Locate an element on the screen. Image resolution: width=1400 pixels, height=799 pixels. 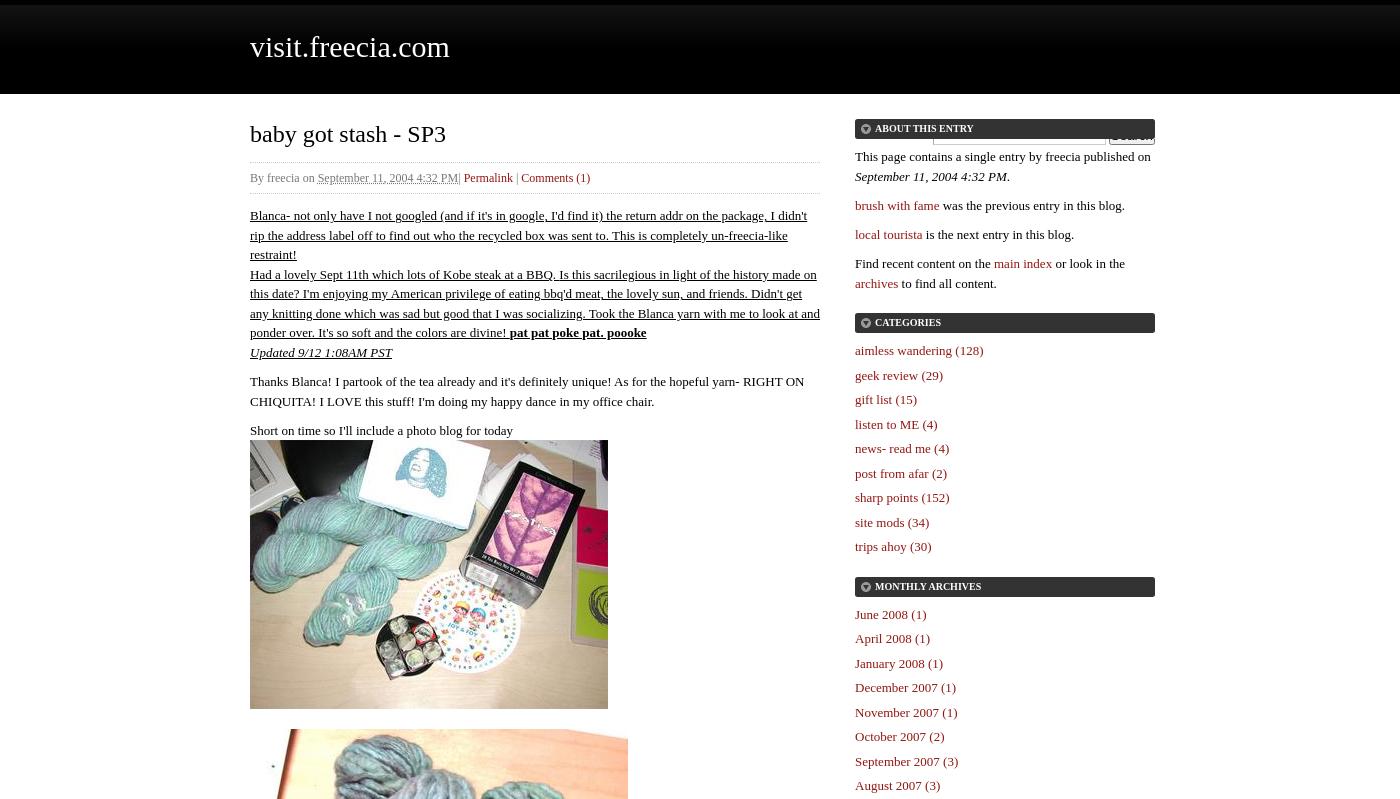
'gift list (15)' is located at coordinates (886, 399).